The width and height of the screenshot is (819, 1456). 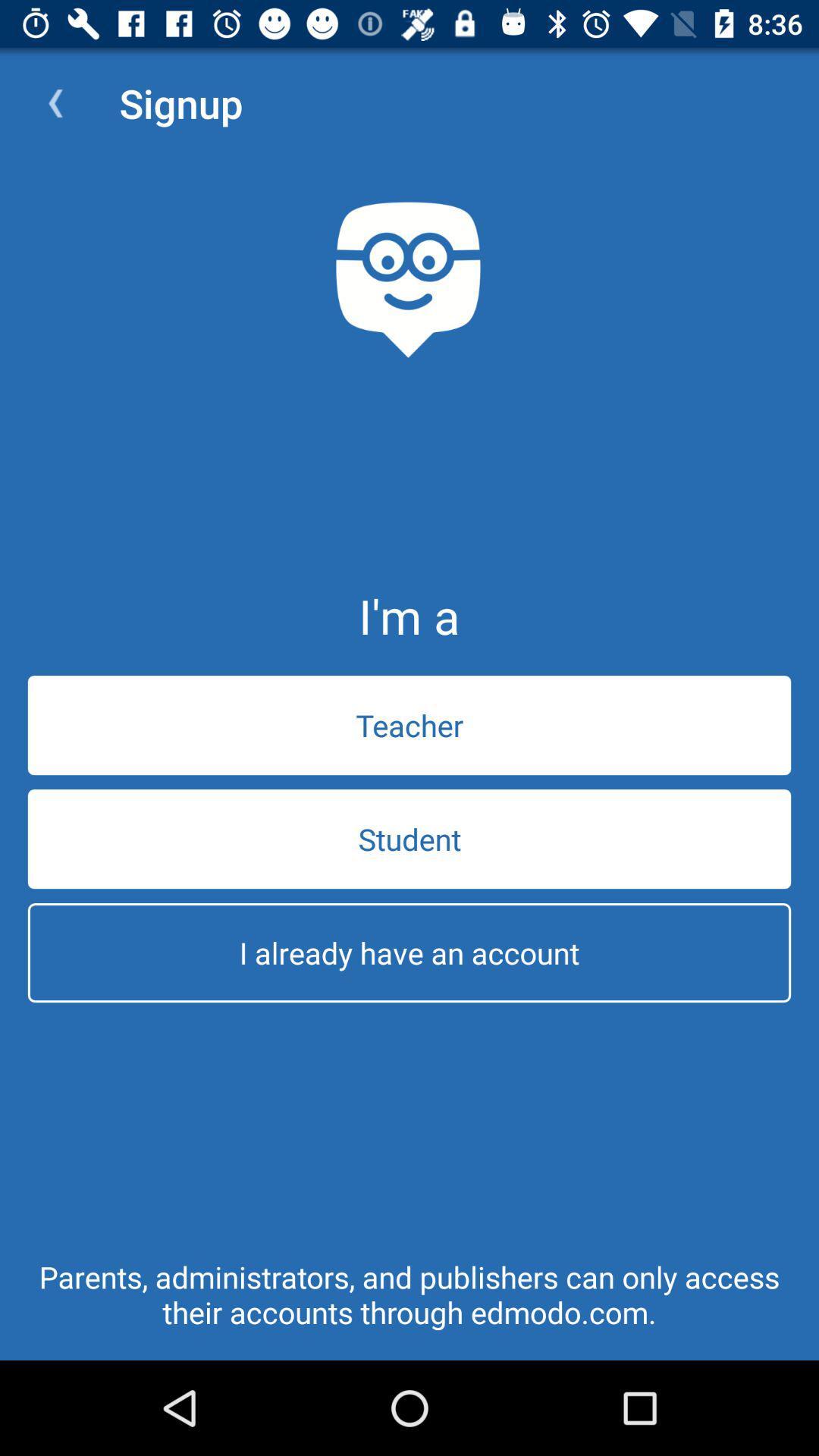 I want to click on icon above parents administrators and item, so click(x=409, y=952).